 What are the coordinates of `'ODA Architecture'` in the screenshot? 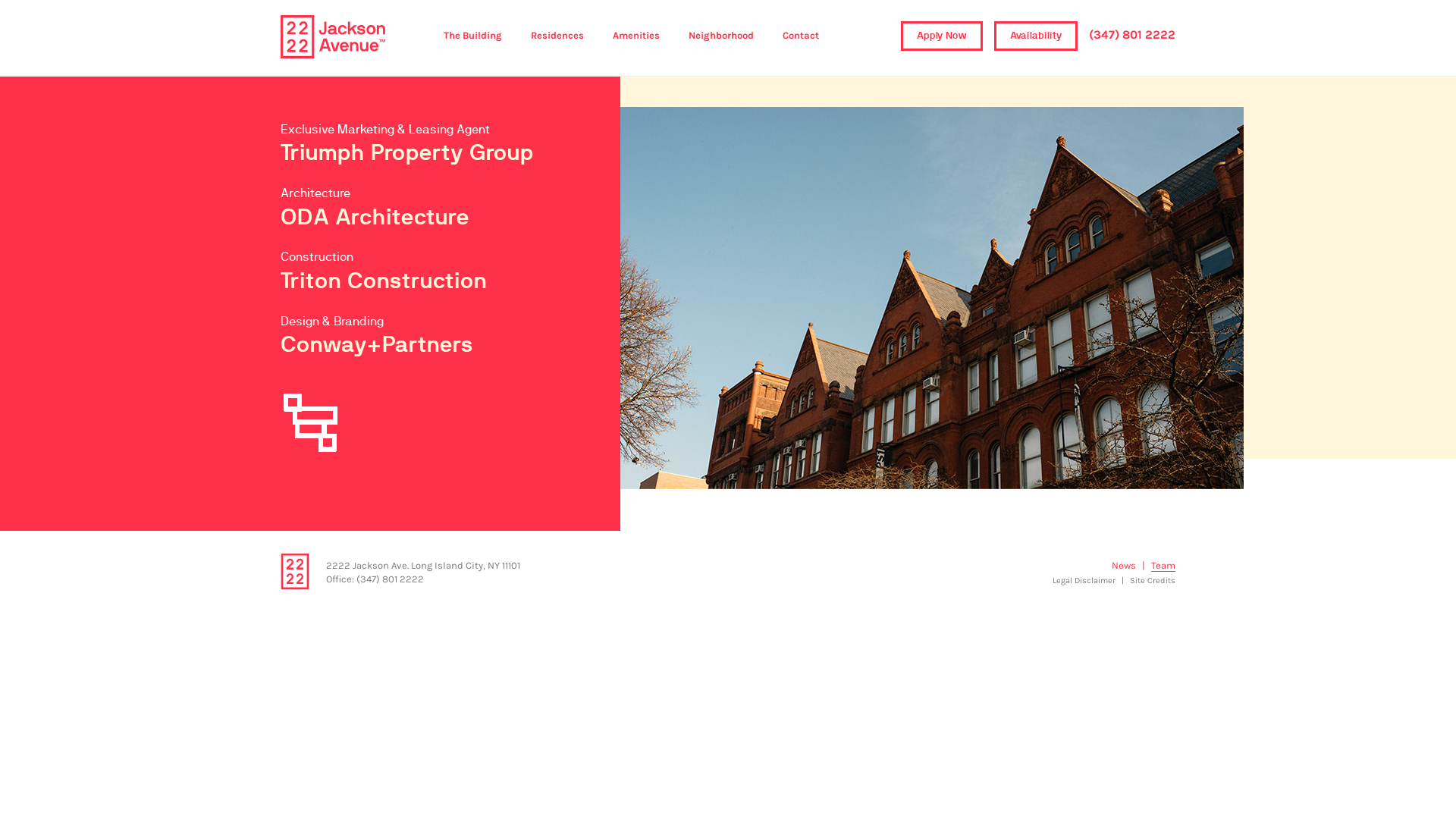 It's located at (375, 217).